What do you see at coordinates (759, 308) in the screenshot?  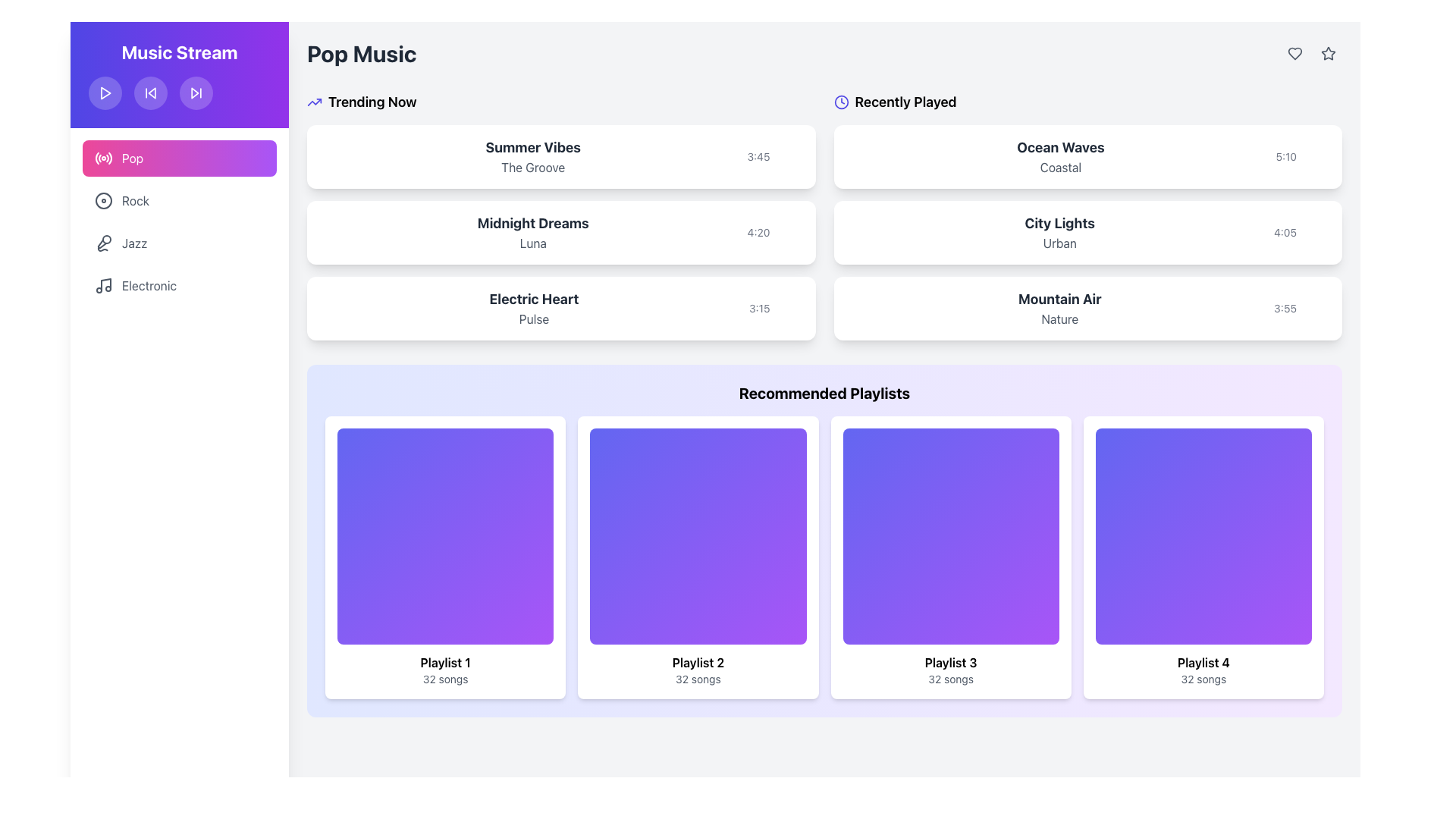 I see `text label displaying the time '3:15' located in the 'Trending Now' section of the 'Electric Heart' song entry on the right side, adjacent to other elements` at bounding box center [759, 308].